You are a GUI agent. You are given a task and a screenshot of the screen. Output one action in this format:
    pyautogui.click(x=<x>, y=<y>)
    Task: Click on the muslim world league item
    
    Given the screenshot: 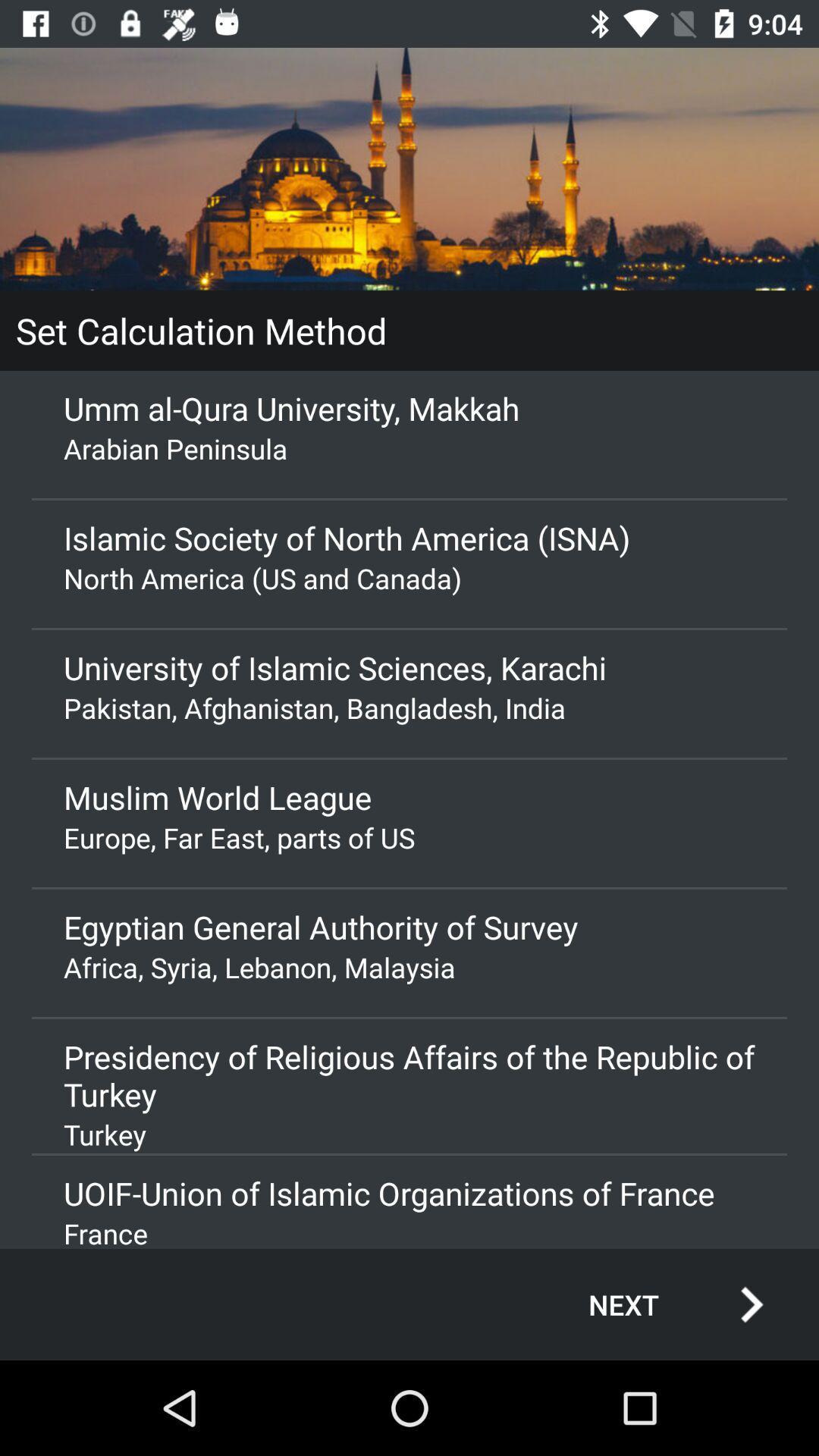 What is the action you would take?
    pyautogui.click(x=409, y=796)
    